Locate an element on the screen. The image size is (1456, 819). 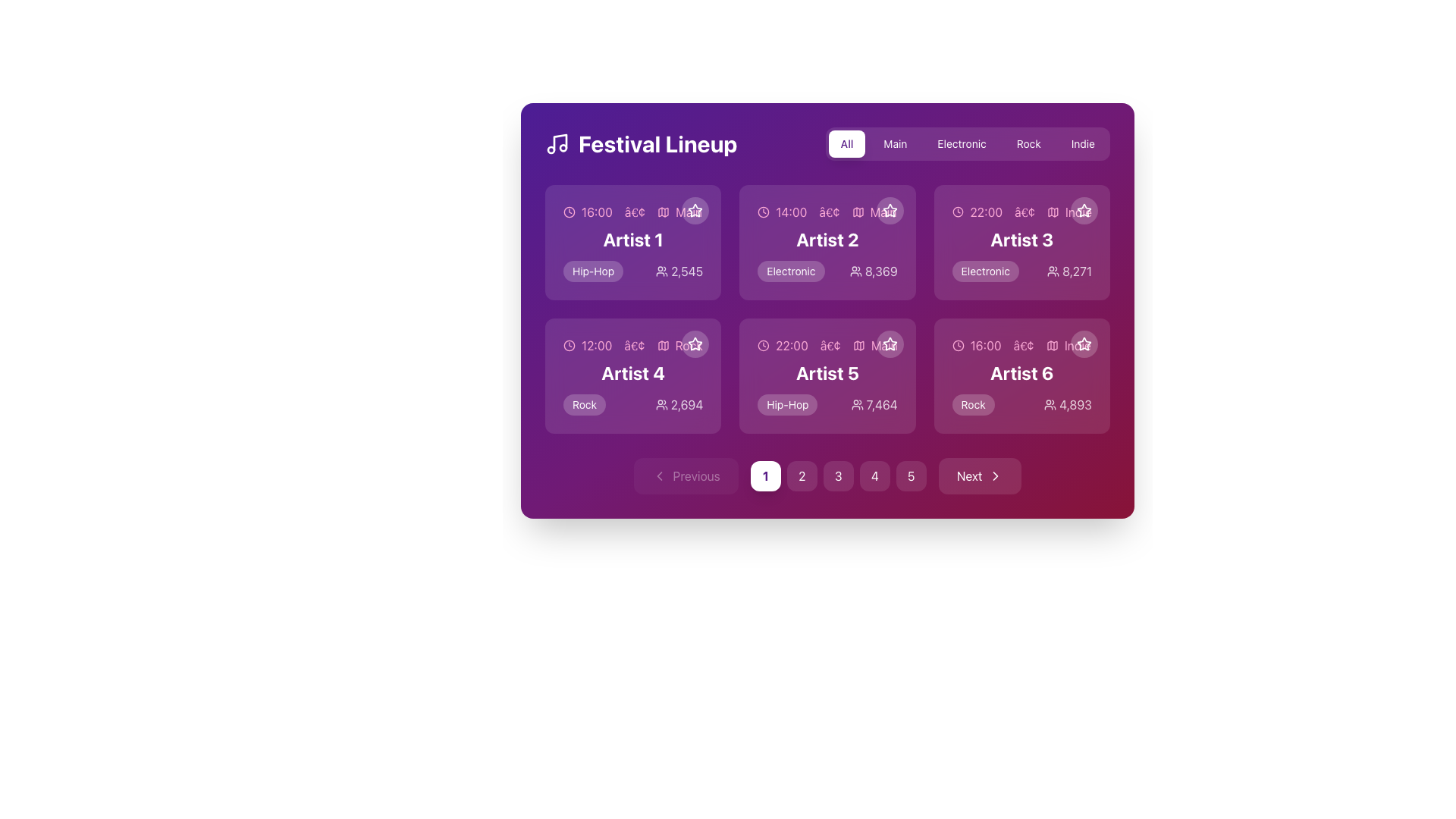
the Text Label displaying the name of the artist scheduled for the indicated time and stage, located in the performance lineup panel, second item in the top row, to the right of 'Artist 1' and left of 'Artist 3' is located at coordinates (827, 239).